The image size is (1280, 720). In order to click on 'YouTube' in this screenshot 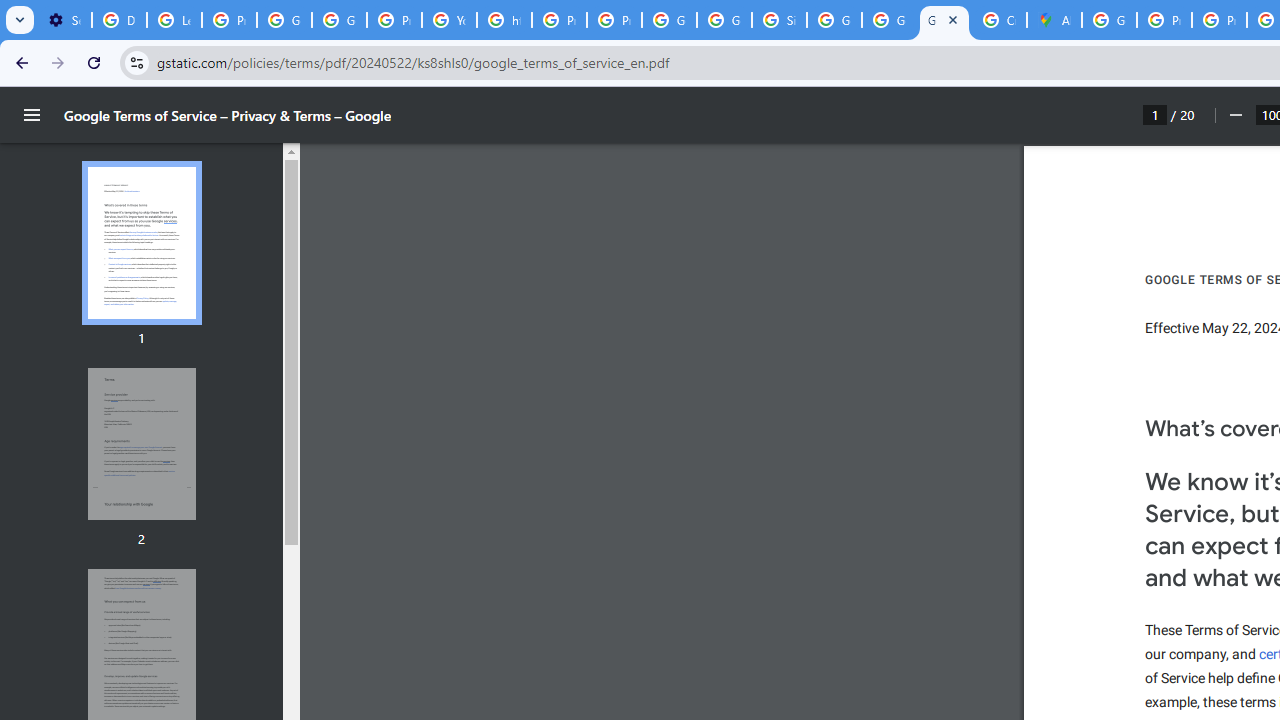, I will do `click(448, 20)`.